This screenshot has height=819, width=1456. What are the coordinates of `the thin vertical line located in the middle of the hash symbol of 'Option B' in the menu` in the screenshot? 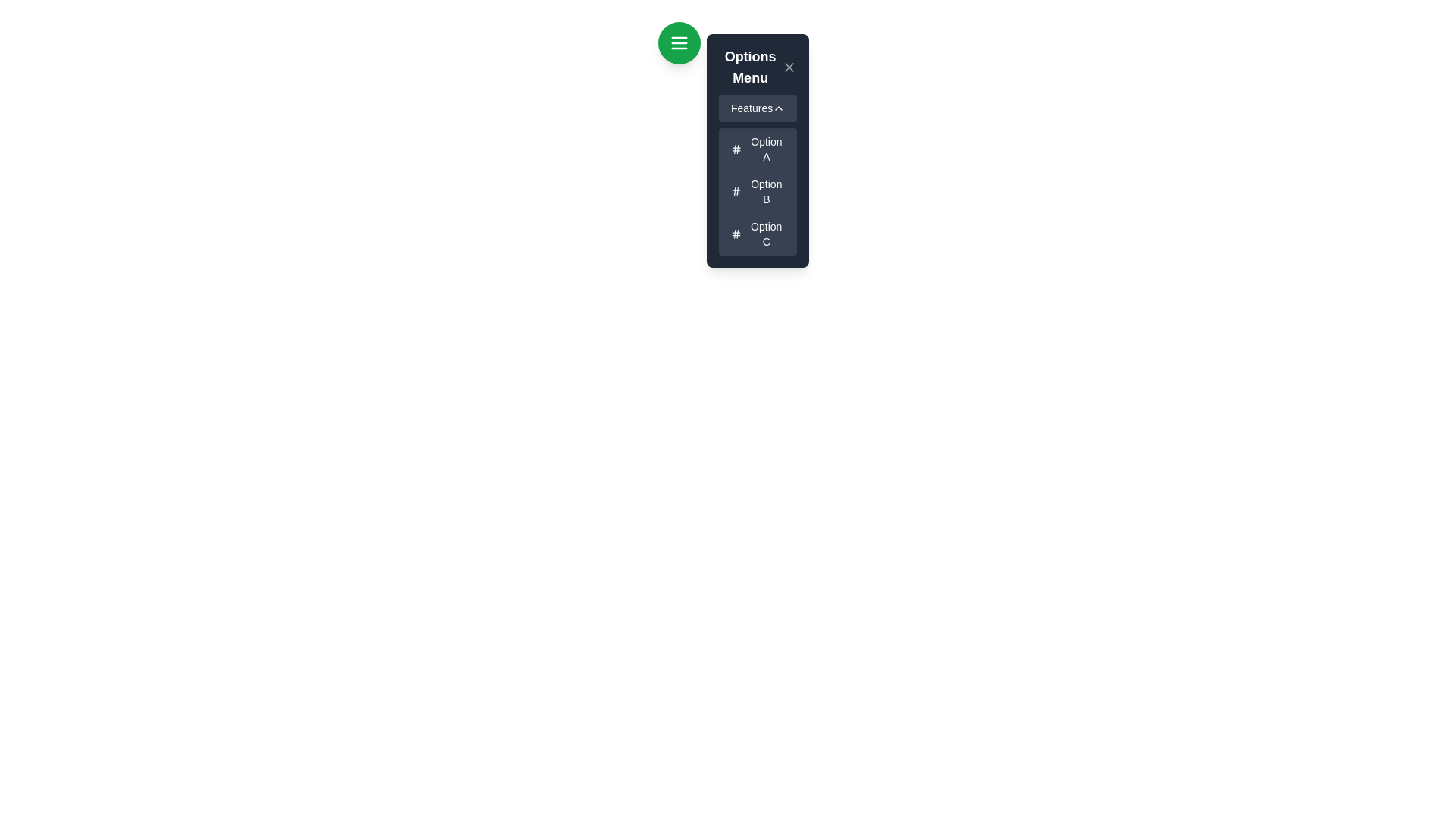 It's located at (735, 191).